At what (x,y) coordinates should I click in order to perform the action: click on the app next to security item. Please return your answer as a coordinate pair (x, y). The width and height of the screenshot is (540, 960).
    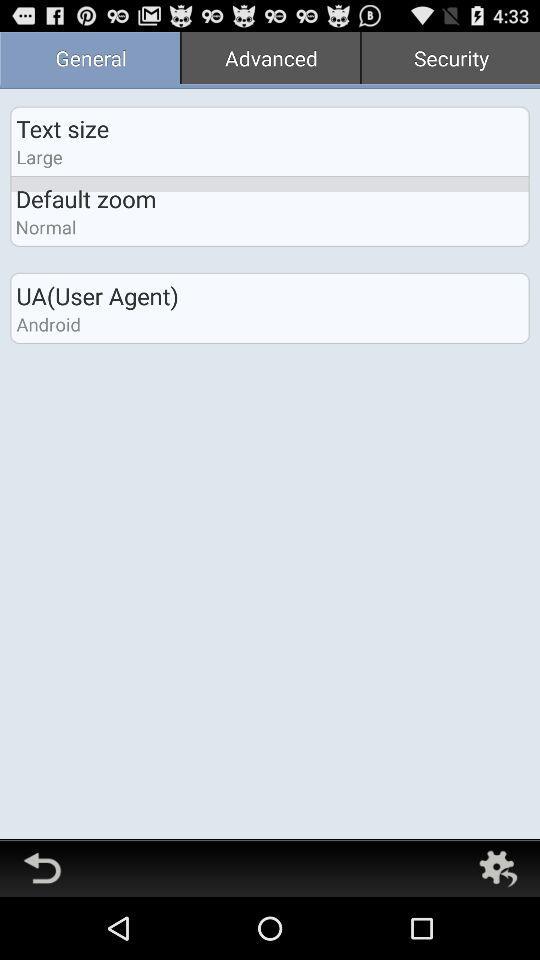
    Looking at the image, I should click on (270, 59).